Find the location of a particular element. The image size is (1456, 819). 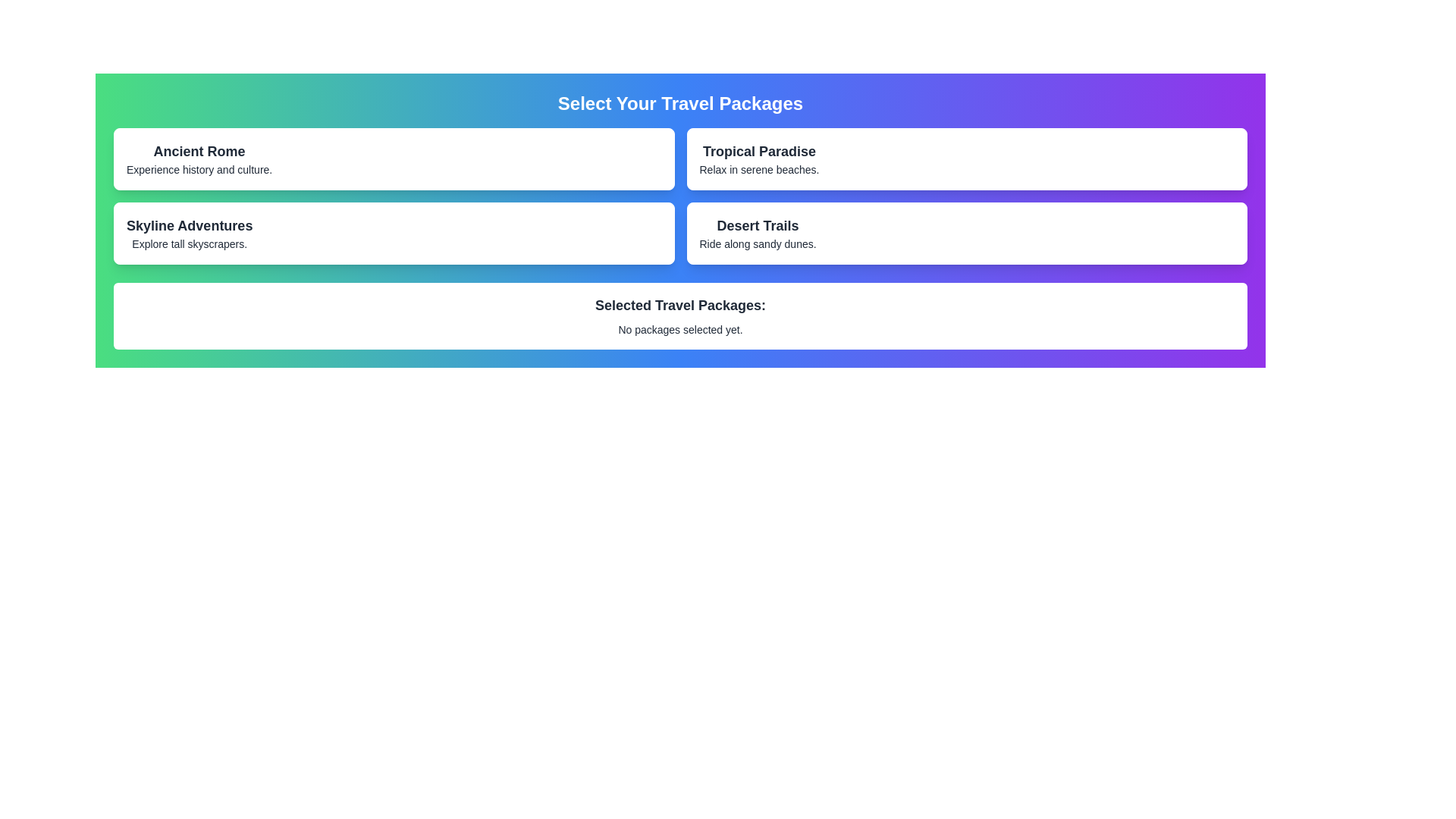

status indicator text label that informs the user that no travel packages have been selected yet, located beneath the 'Selected Travel Packages:' heading is located at coordinates (679, 329).